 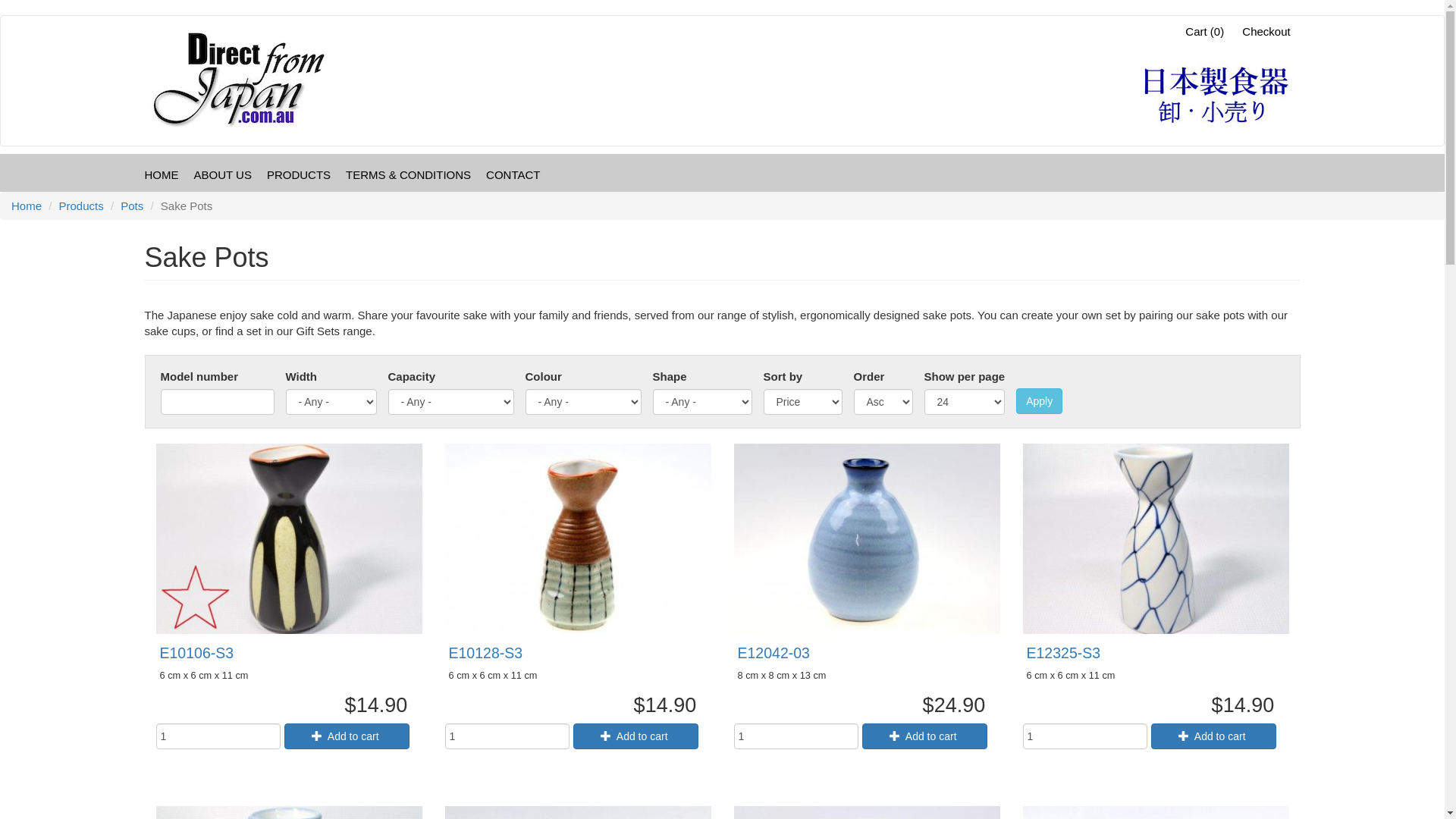 What do you see at coordinates (161, 174) in the screenshot?
I see `'HOME'` at bounding box center [161, 174].